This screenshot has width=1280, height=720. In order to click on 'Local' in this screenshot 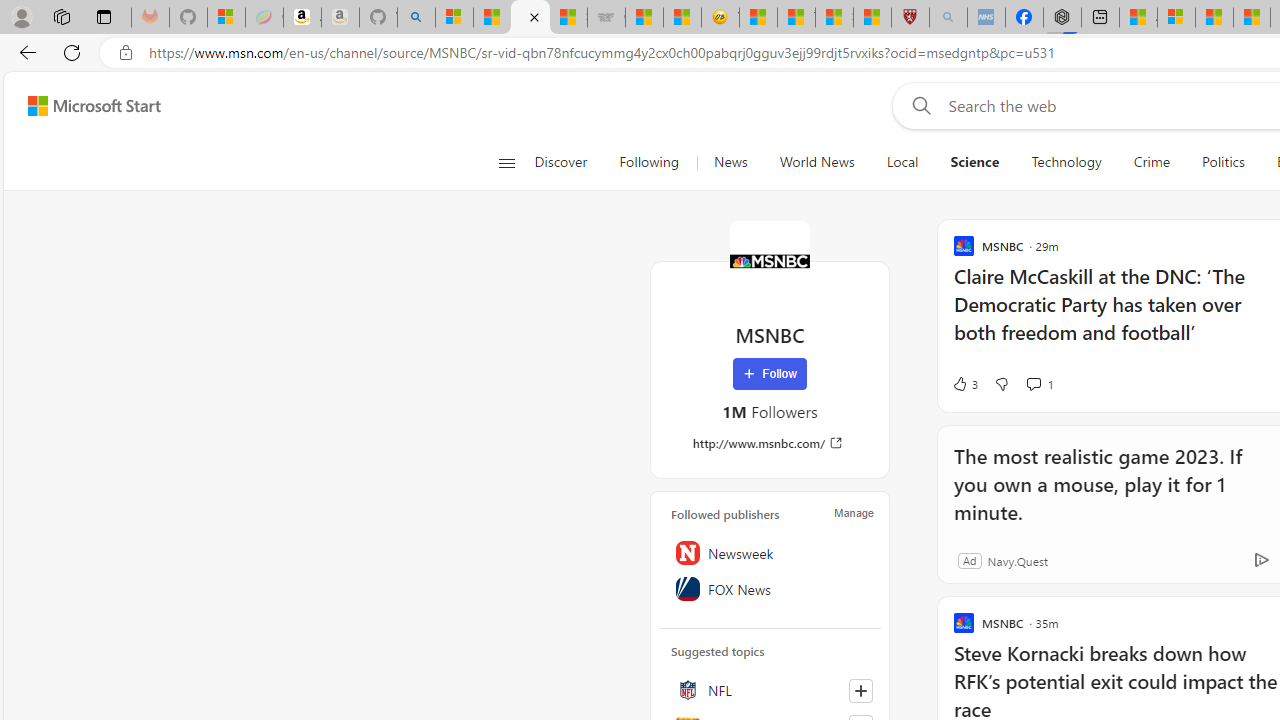, I will do `click(901, 162)`.